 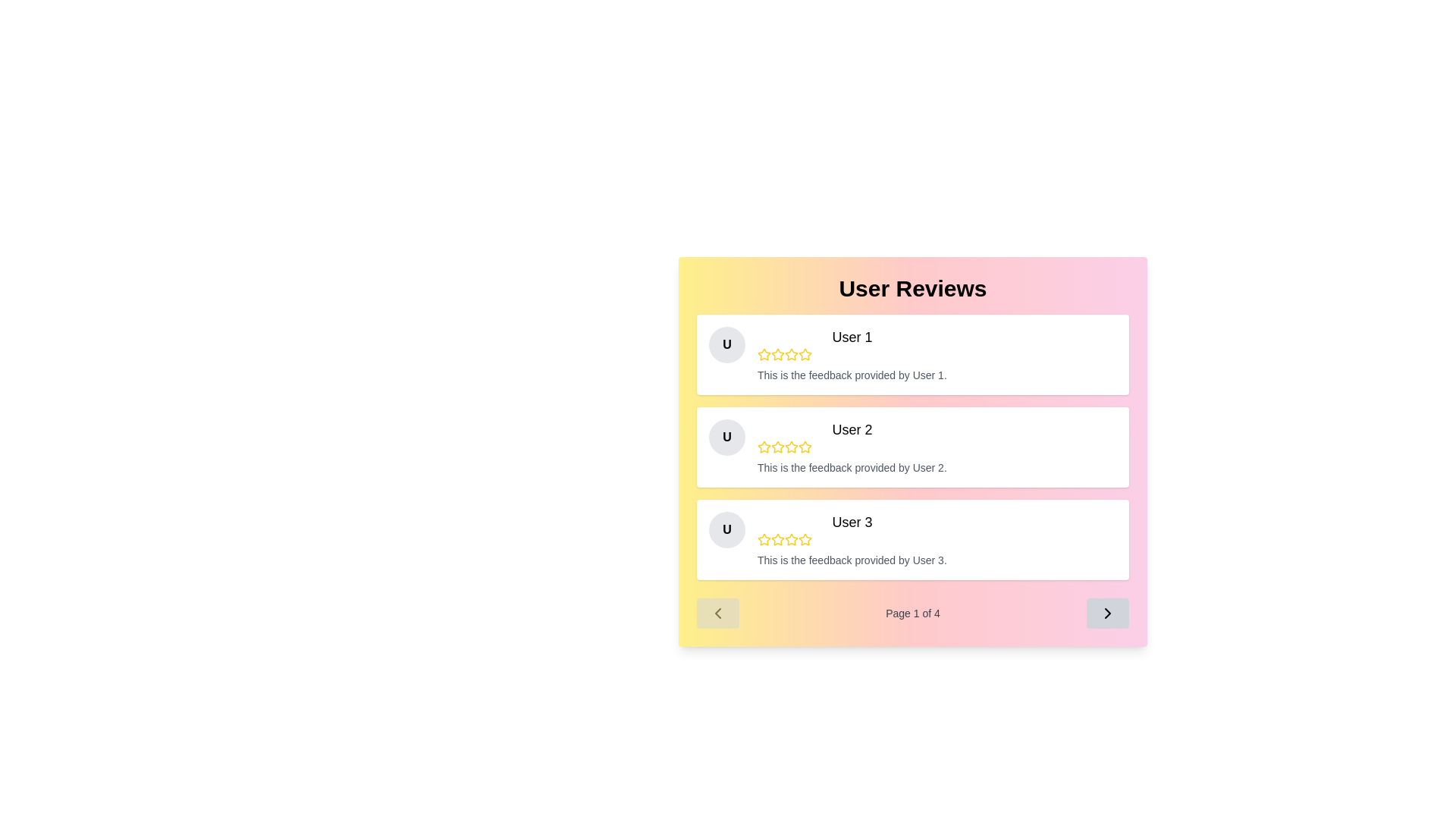 I want to click on the fourth star icon in the five-star rating system for 'User 1' in the feedback section, so click(x=790, y=354).